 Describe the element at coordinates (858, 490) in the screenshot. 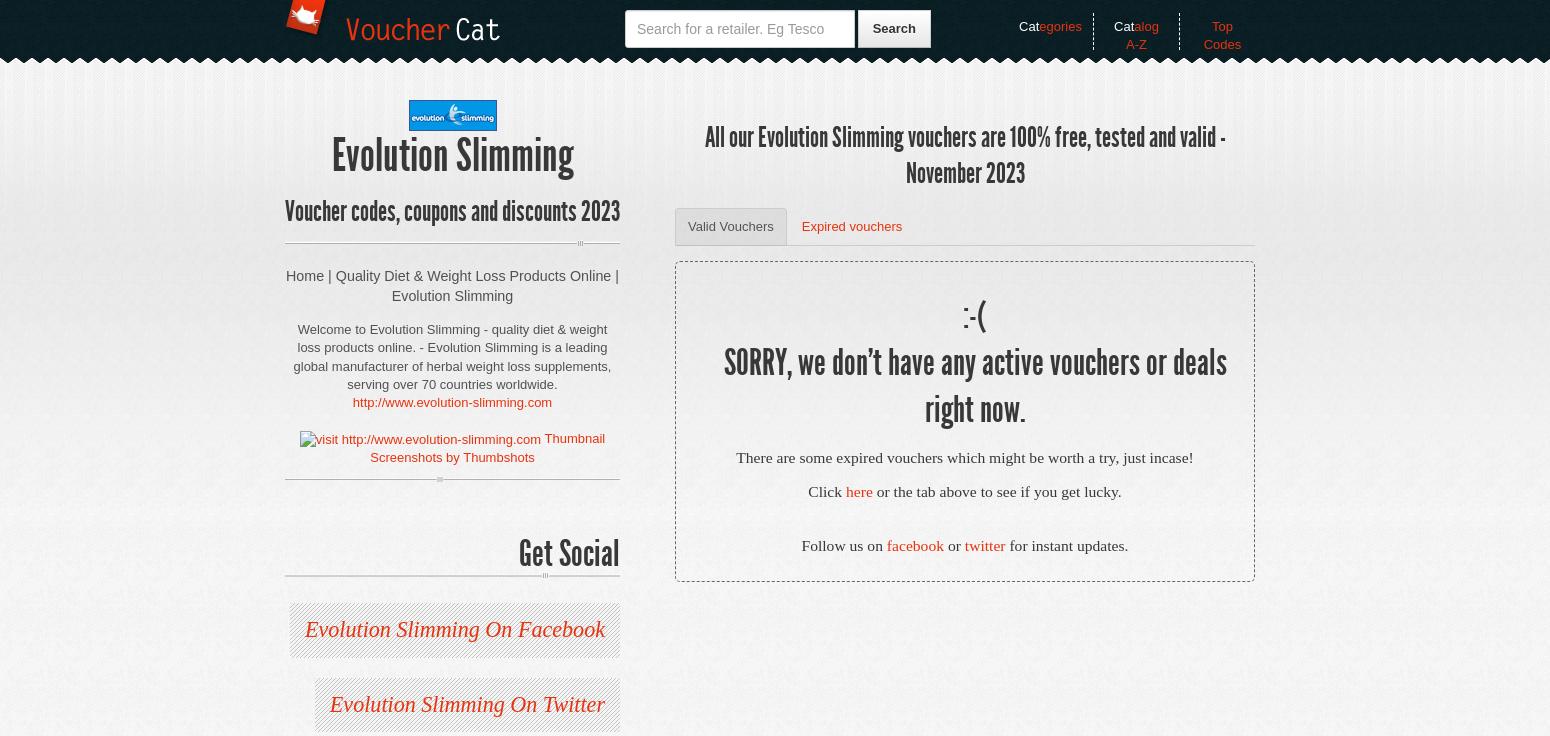

I see `'here'` at that location.